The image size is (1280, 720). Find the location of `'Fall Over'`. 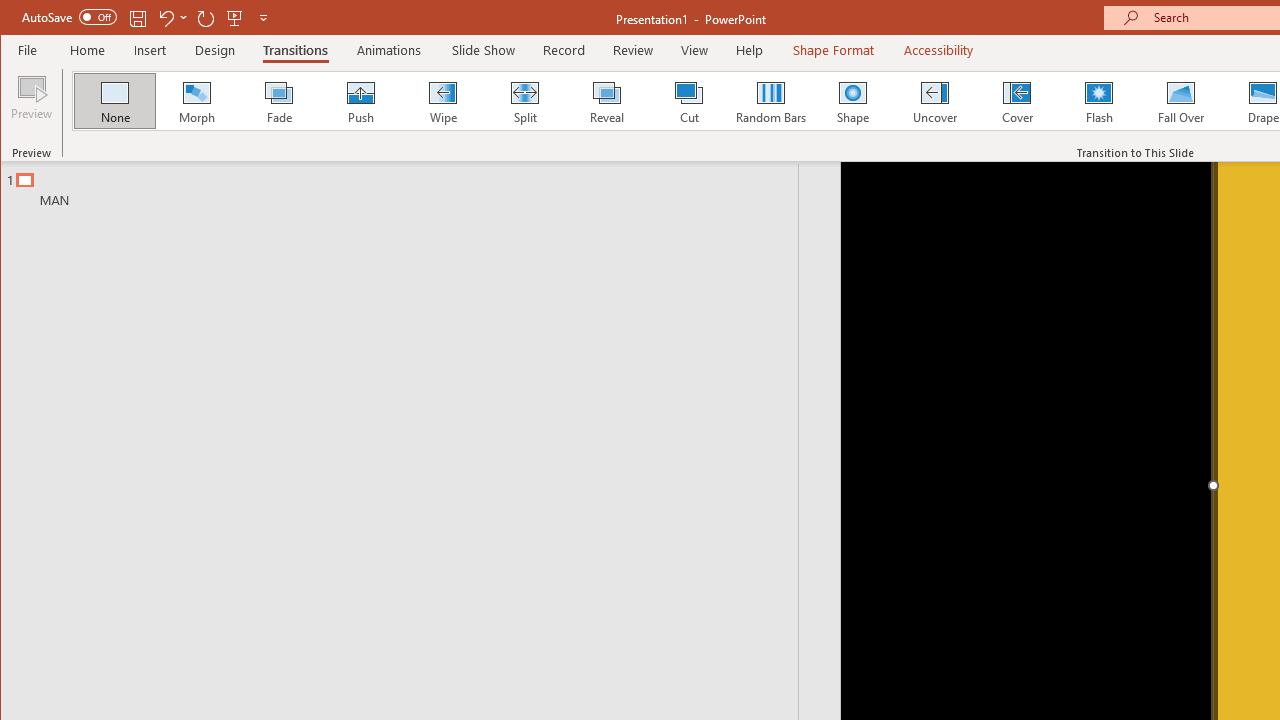

'Fall Over' is located at coordinates (1181, 100).